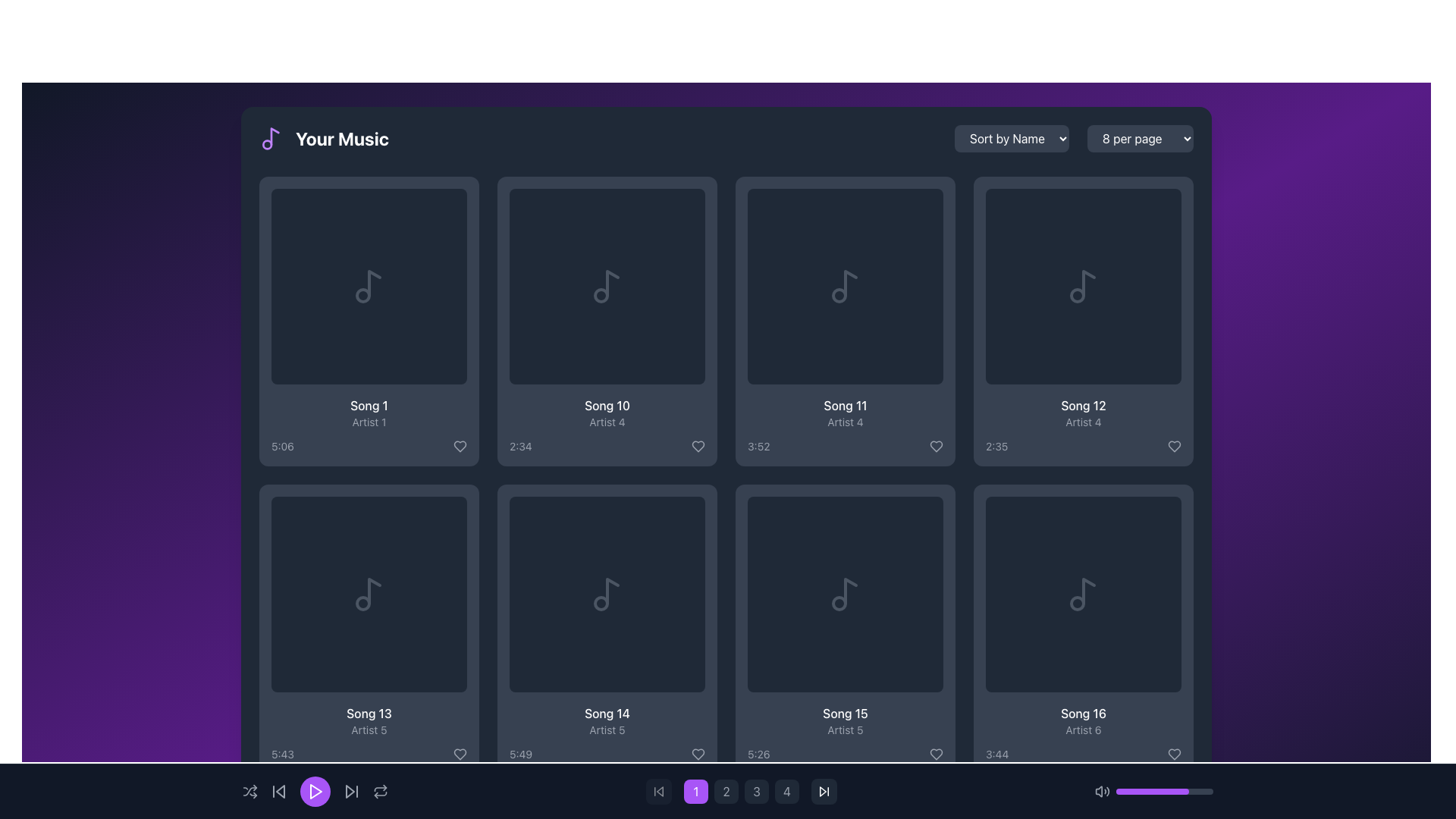 The image size is (1456, 819). Describe the element at coordinates (607, 714) in the screenshot. I see `the text label that reads 'Song 14', which is styled in white color and positioned in the seventh card of the grid layout, below the album art and above 'Artist 5'` at that location.